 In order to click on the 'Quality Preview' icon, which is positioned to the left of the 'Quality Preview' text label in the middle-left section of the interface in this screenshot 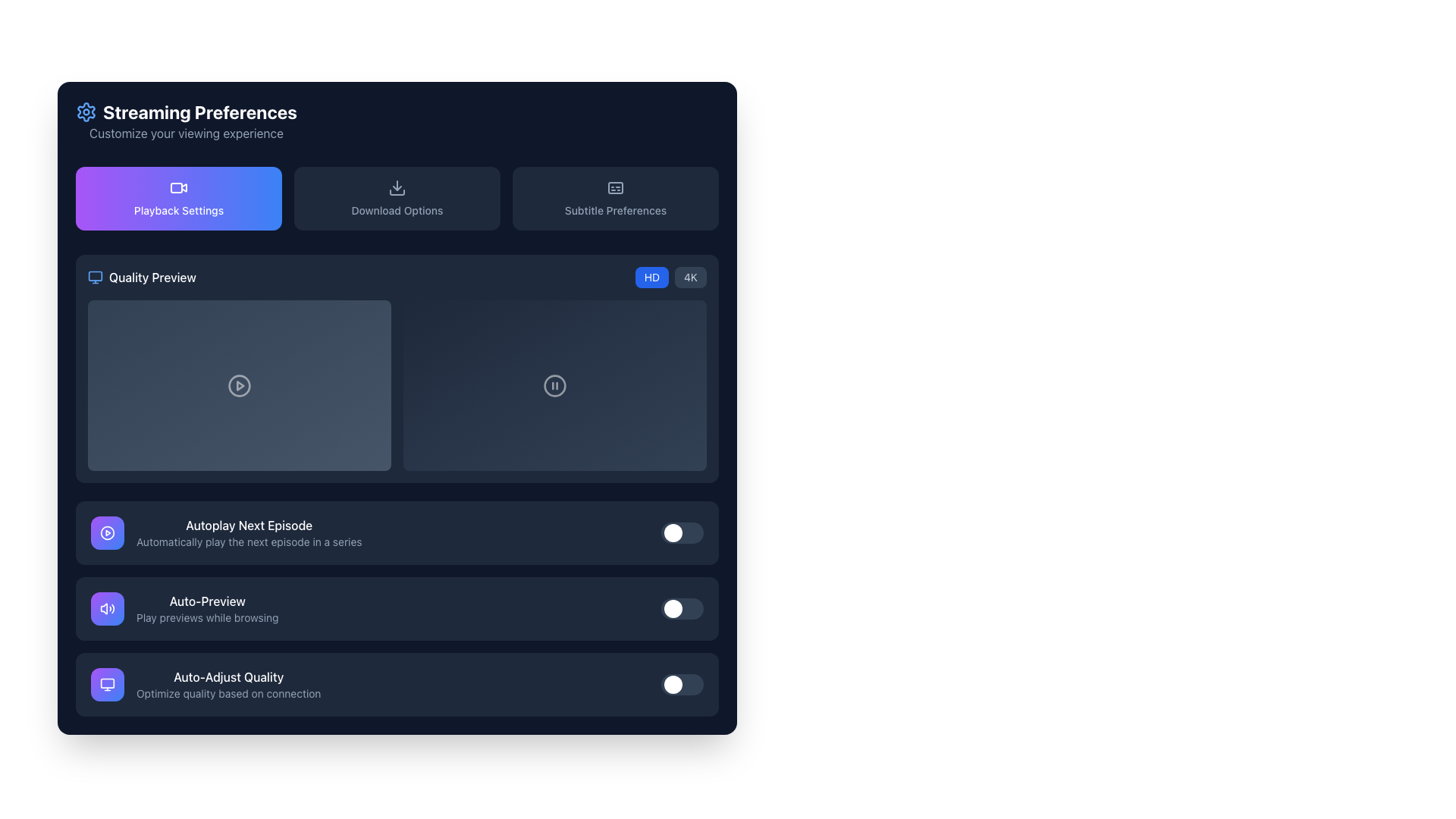, I will do `click(94, 278)`.